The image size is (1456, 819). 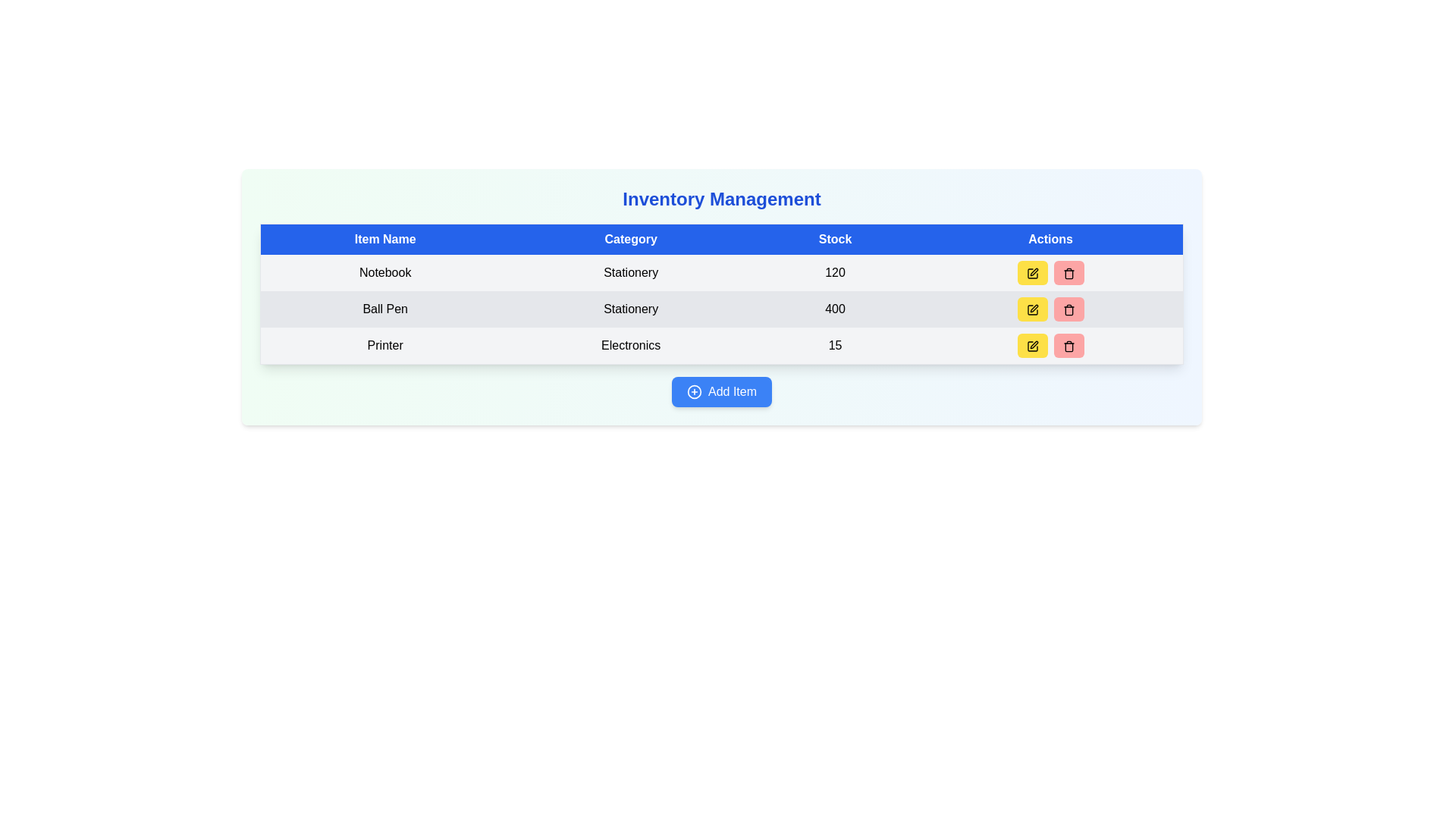 I want to click on the Decorative SVG circle element representing a plus-in-a-circle icon, which is located at the center of the 'Add Item' button below the table, so click(x=694, y=391).